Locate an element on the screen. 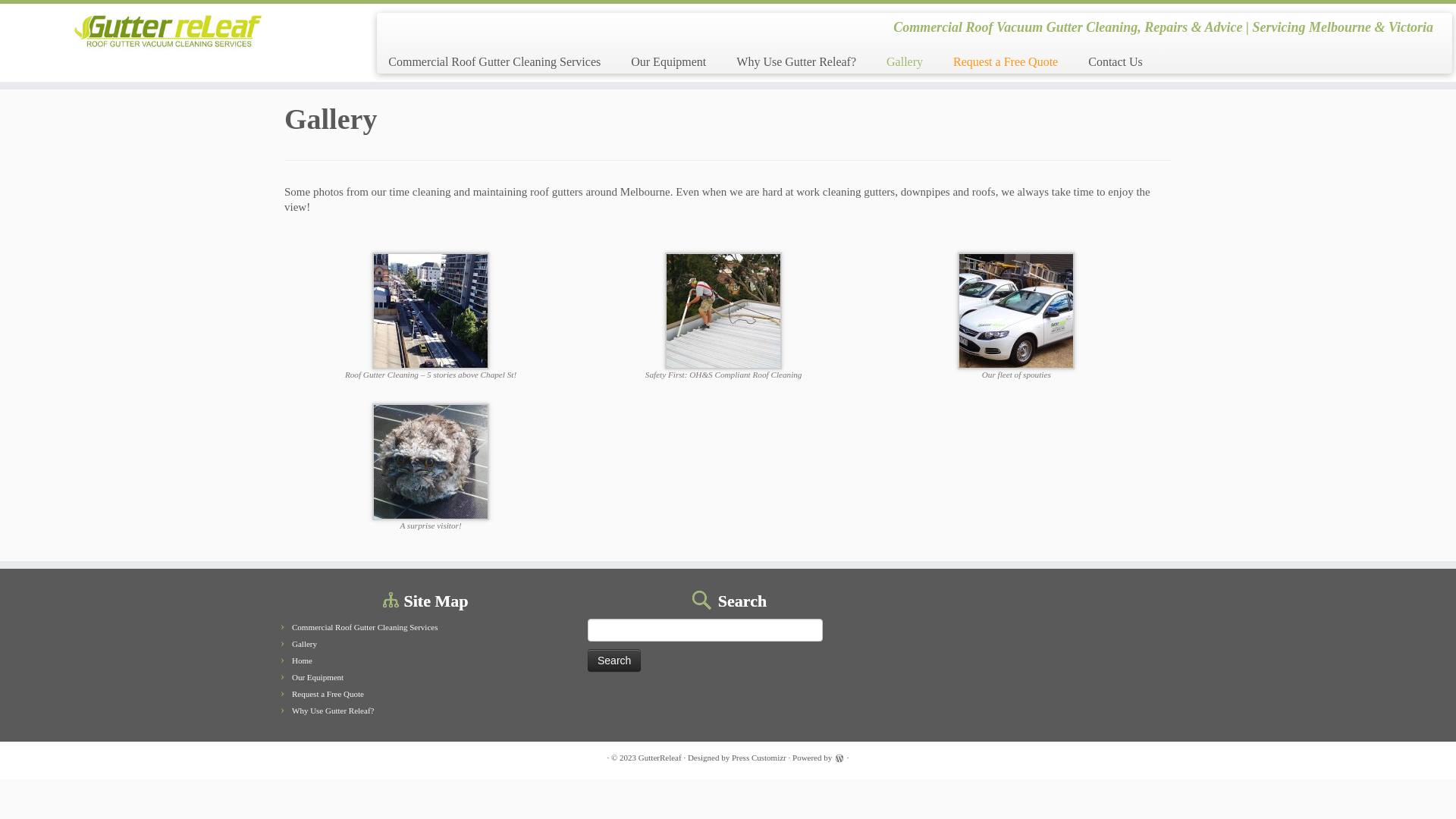 This screenshot has width=1456, height=819. 'Why Use Gutter Releaf?' is located at coordinates (795, 61).